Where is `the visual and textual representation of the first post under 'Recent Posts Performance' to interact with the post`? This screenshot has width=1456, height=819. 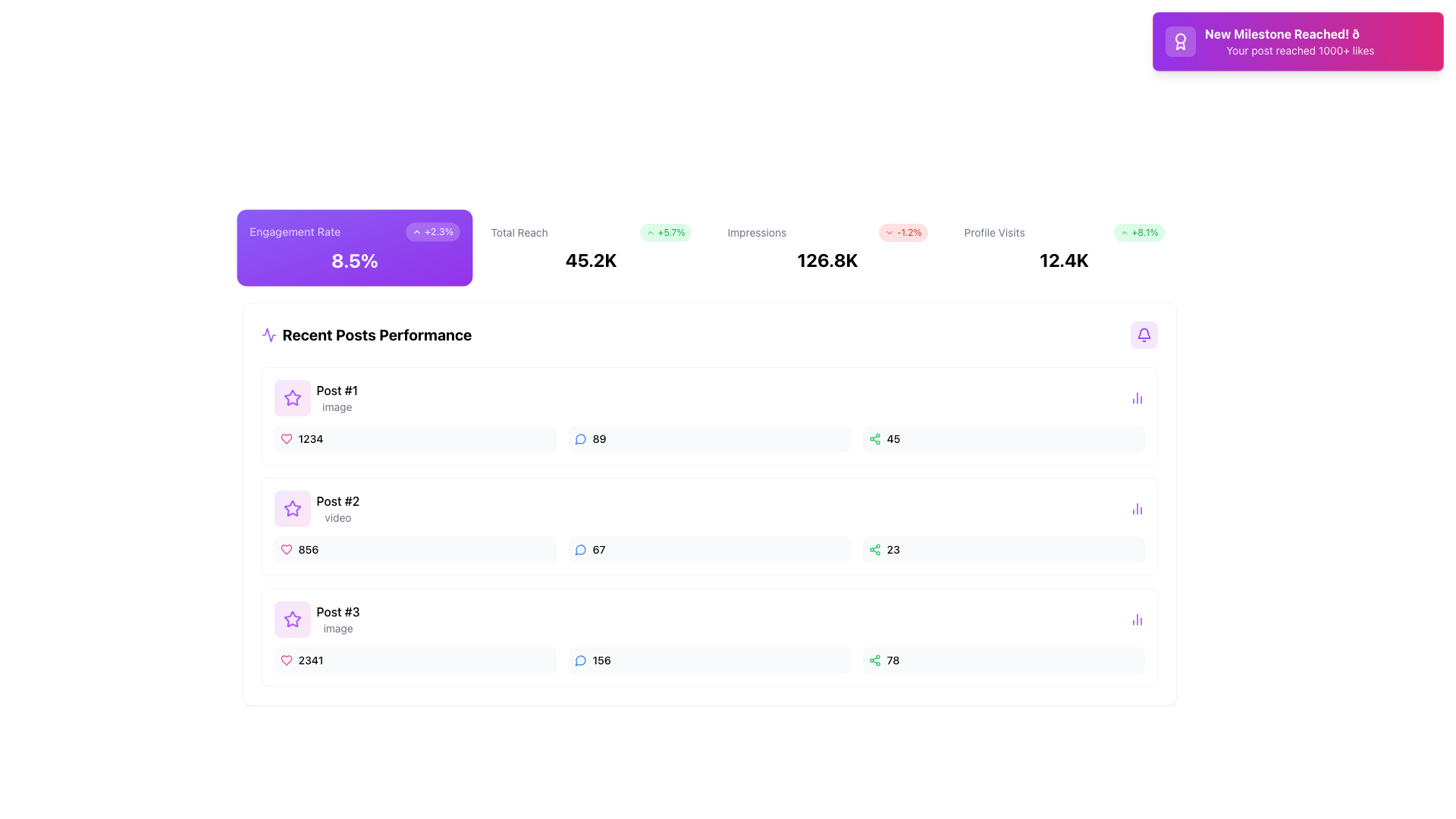 the visual and textual representation of the first post under 'Recent Posts Performance' to interact with the post is located at coordinates (315, 397).